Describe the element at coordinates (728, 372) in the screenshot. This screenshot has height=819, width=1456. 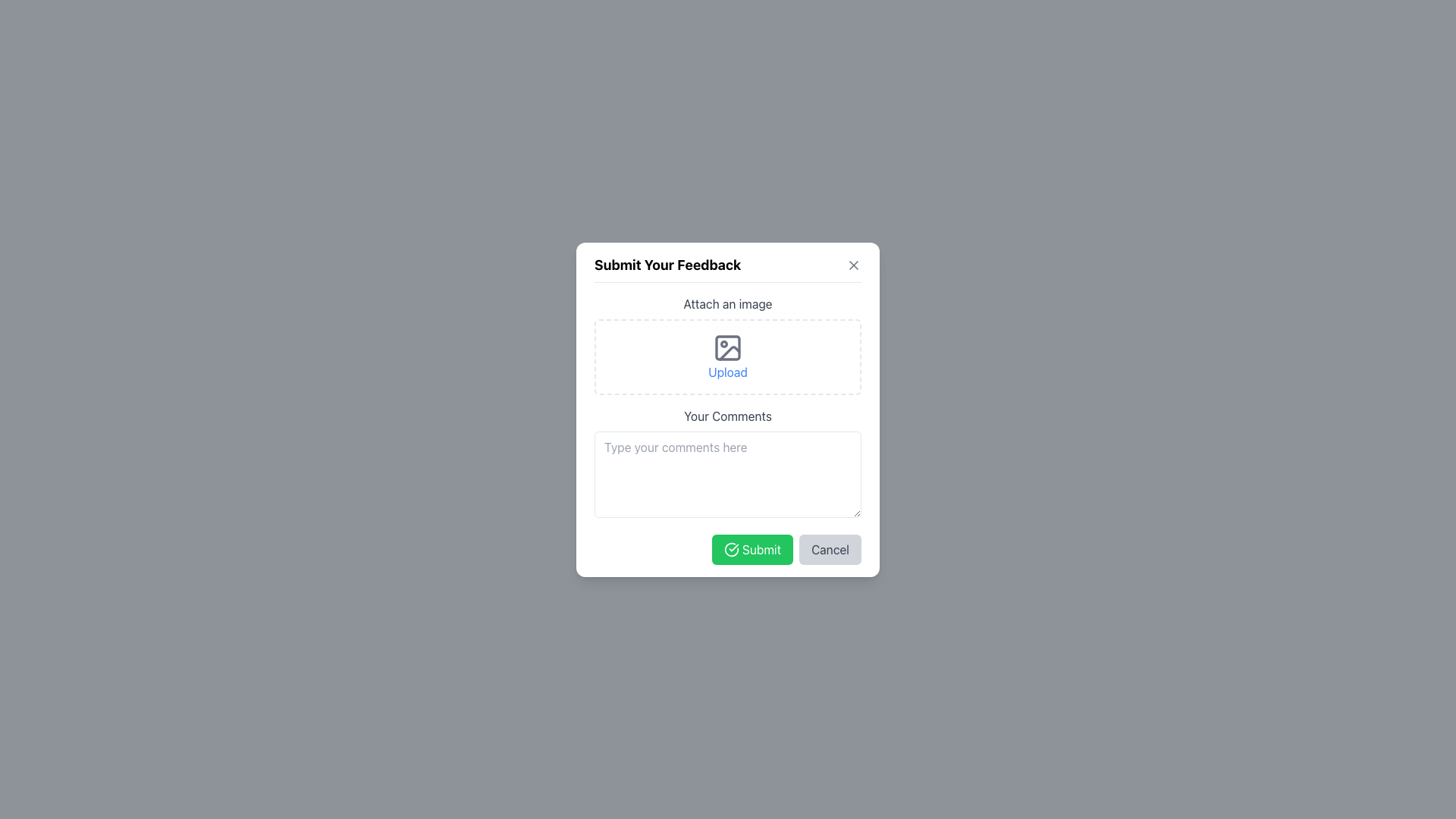
I see `the 'Upload' label, which is a text label with a blue font color and interactive hover effects, located below an image icon in a dashed-bordered input area` at that location.